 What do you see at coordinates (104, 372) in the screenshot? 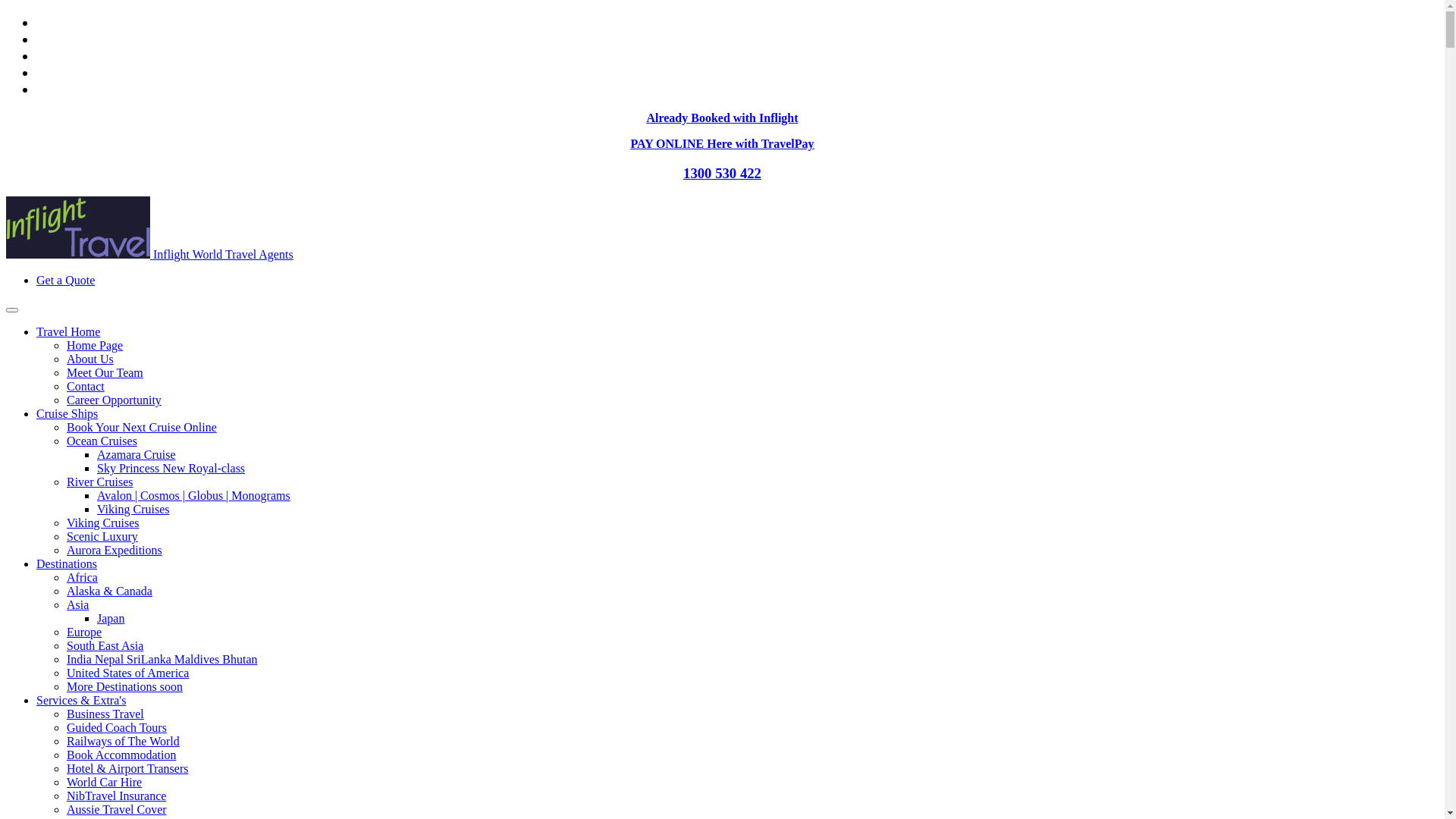
I see `'Meet Our Team'` at bounding box center [104, 372].